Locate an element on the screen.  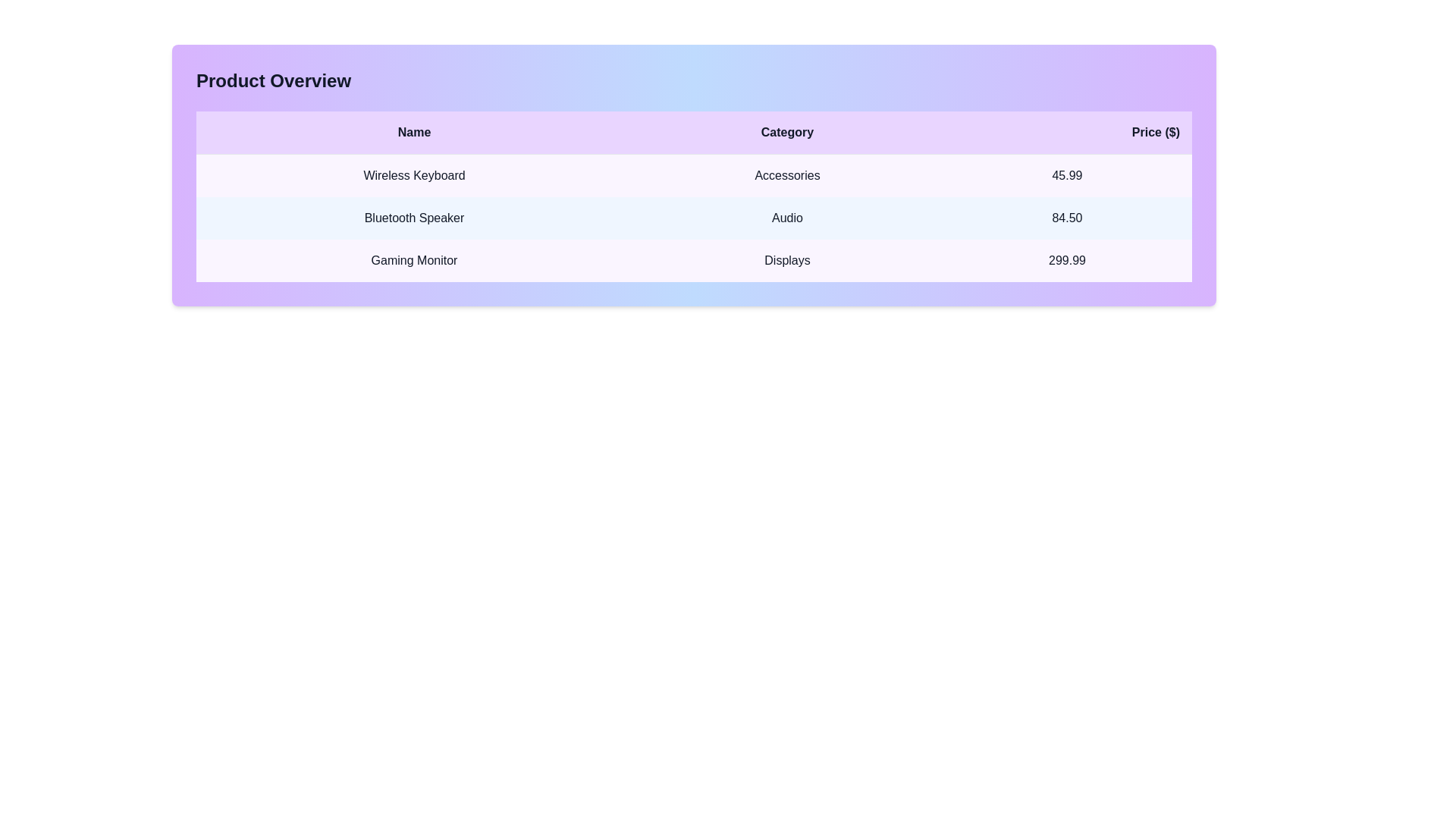
the price label located in the last column of the third row in the 'Product Overview' table, which is positioned below the 'Price' header is located at coordinates (1066, 259).